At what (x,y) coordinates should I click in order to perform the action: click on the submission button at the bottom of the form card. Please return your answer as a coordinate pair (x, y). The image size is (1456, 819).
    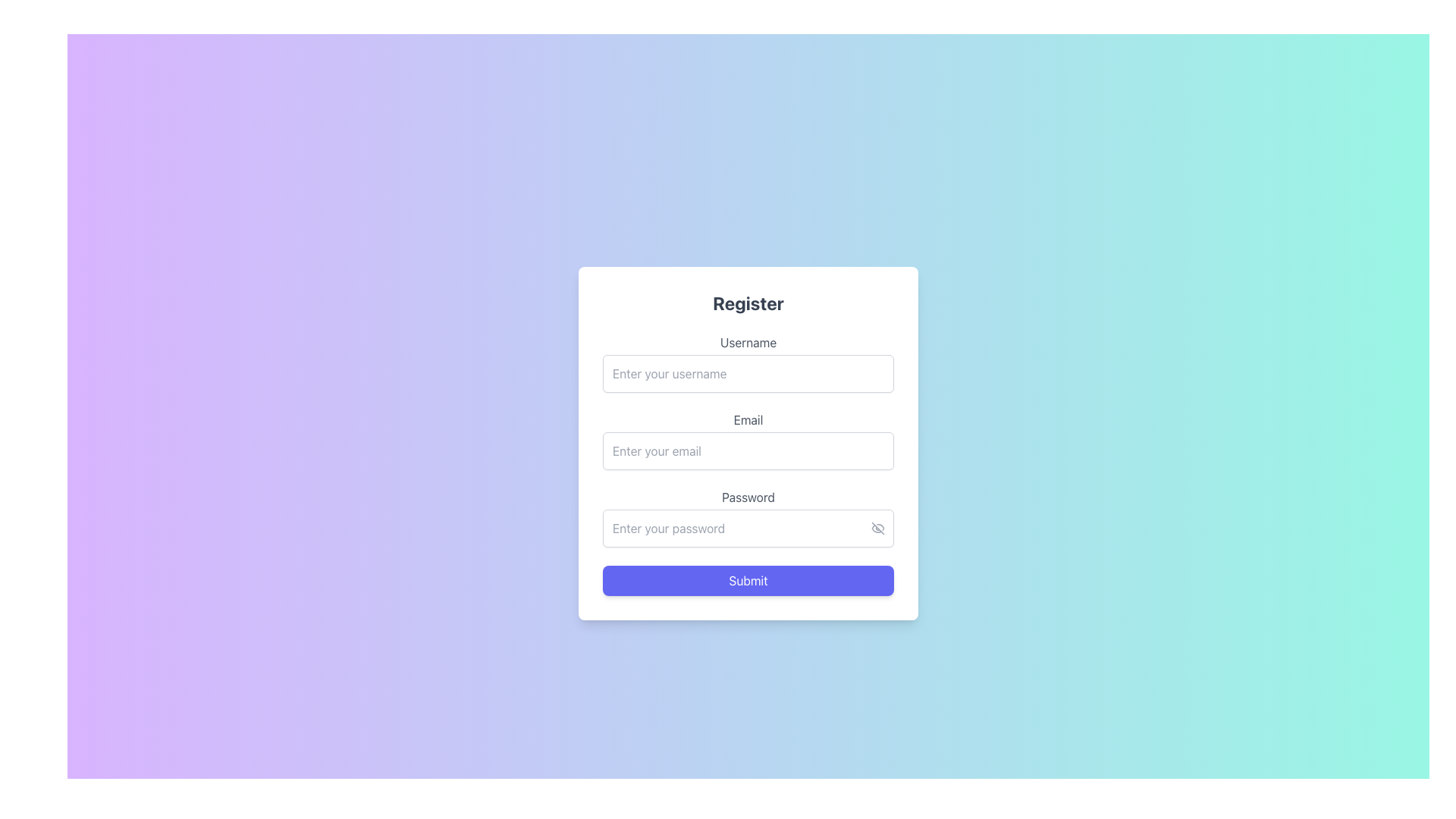
    Looking at the image, I should click on (748, 580).